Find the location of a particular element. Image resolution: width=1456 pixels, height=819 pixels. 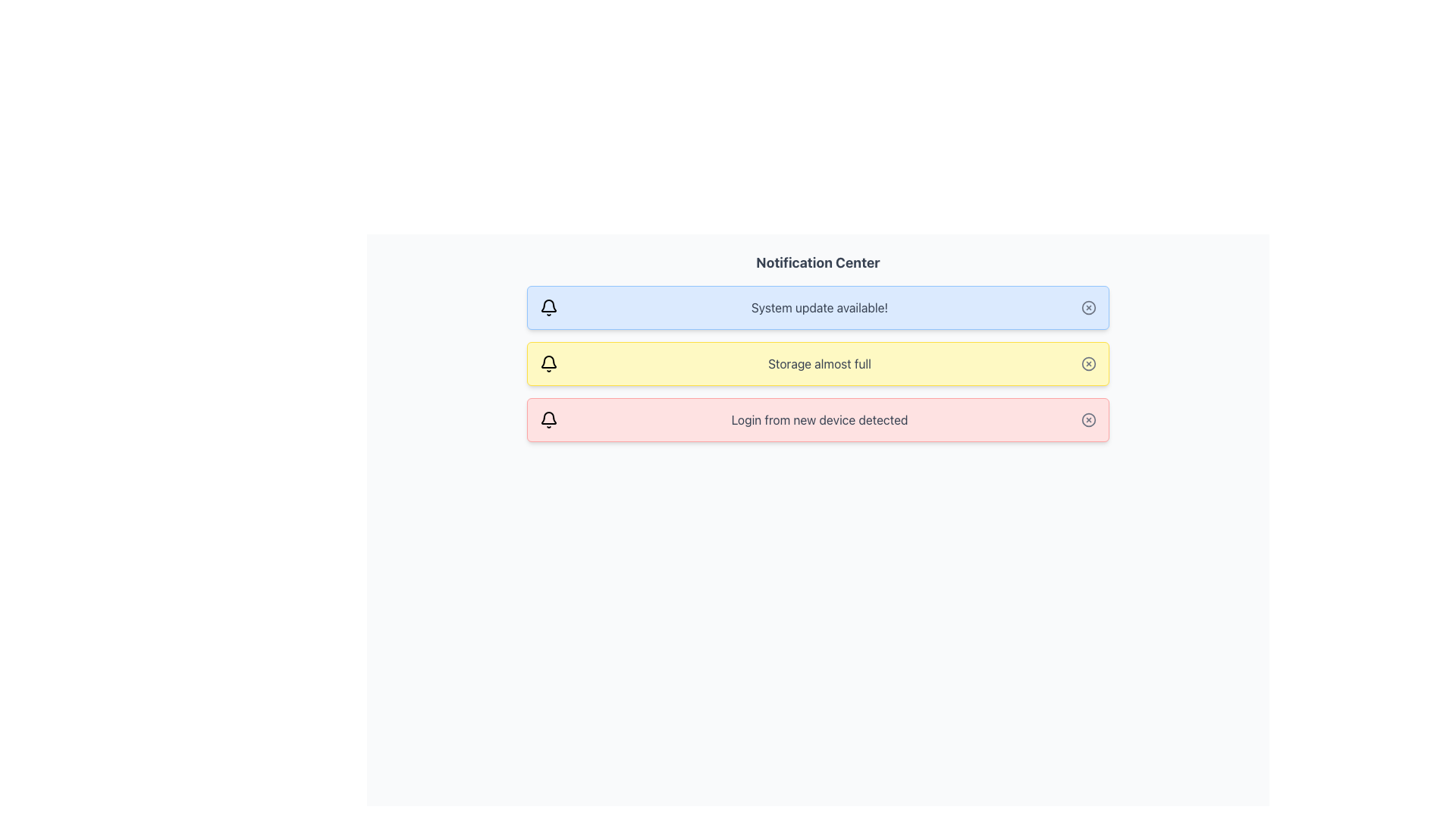

the SVG Circle element that represents the close button in the yellow 'Storage almost full' notification card, located at the top-right corner is located at coordinates (1087, 363).